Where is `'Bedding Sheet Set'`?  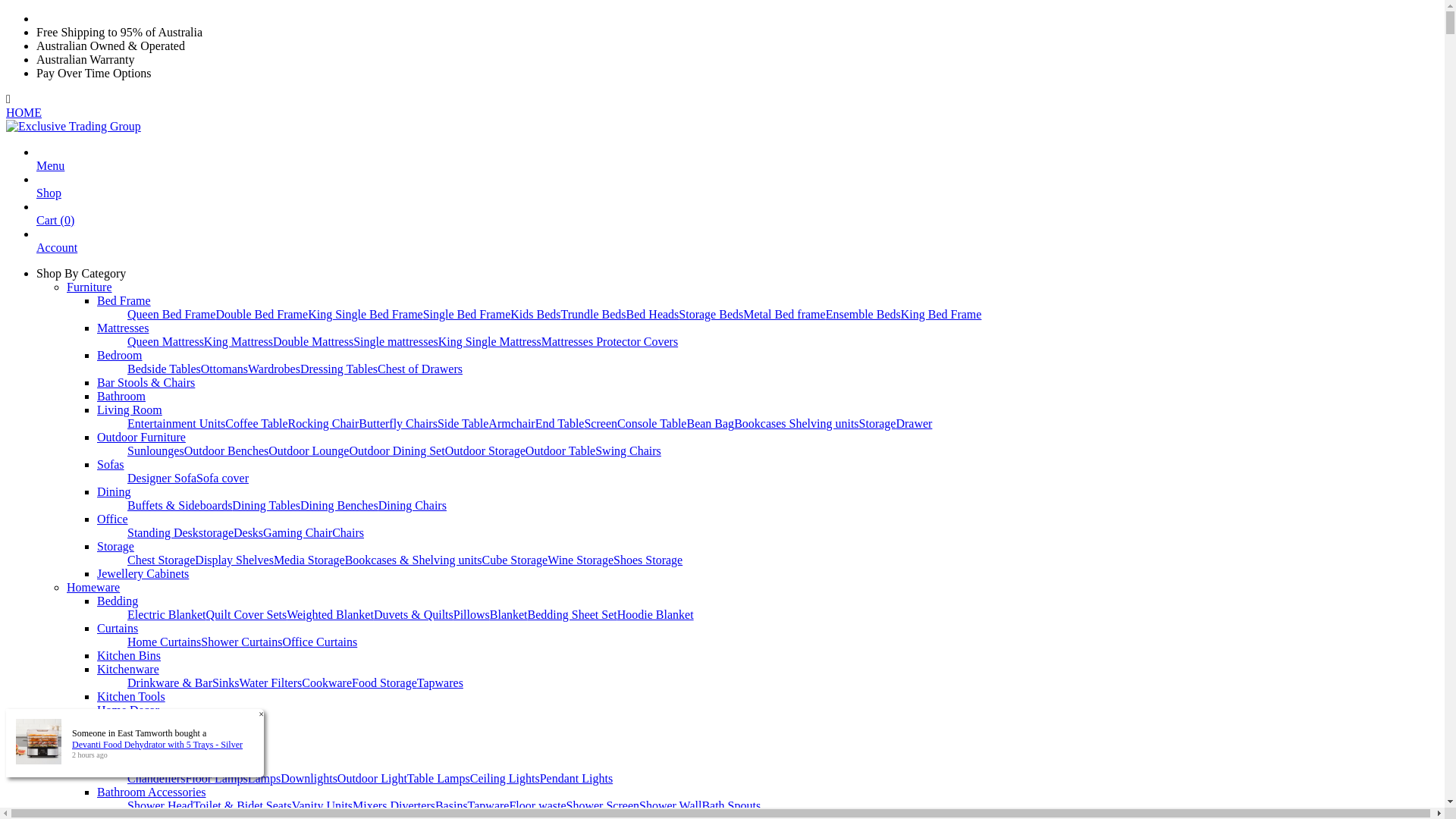 'Bedding Sheet Set' is located at coordinates (571, 614).